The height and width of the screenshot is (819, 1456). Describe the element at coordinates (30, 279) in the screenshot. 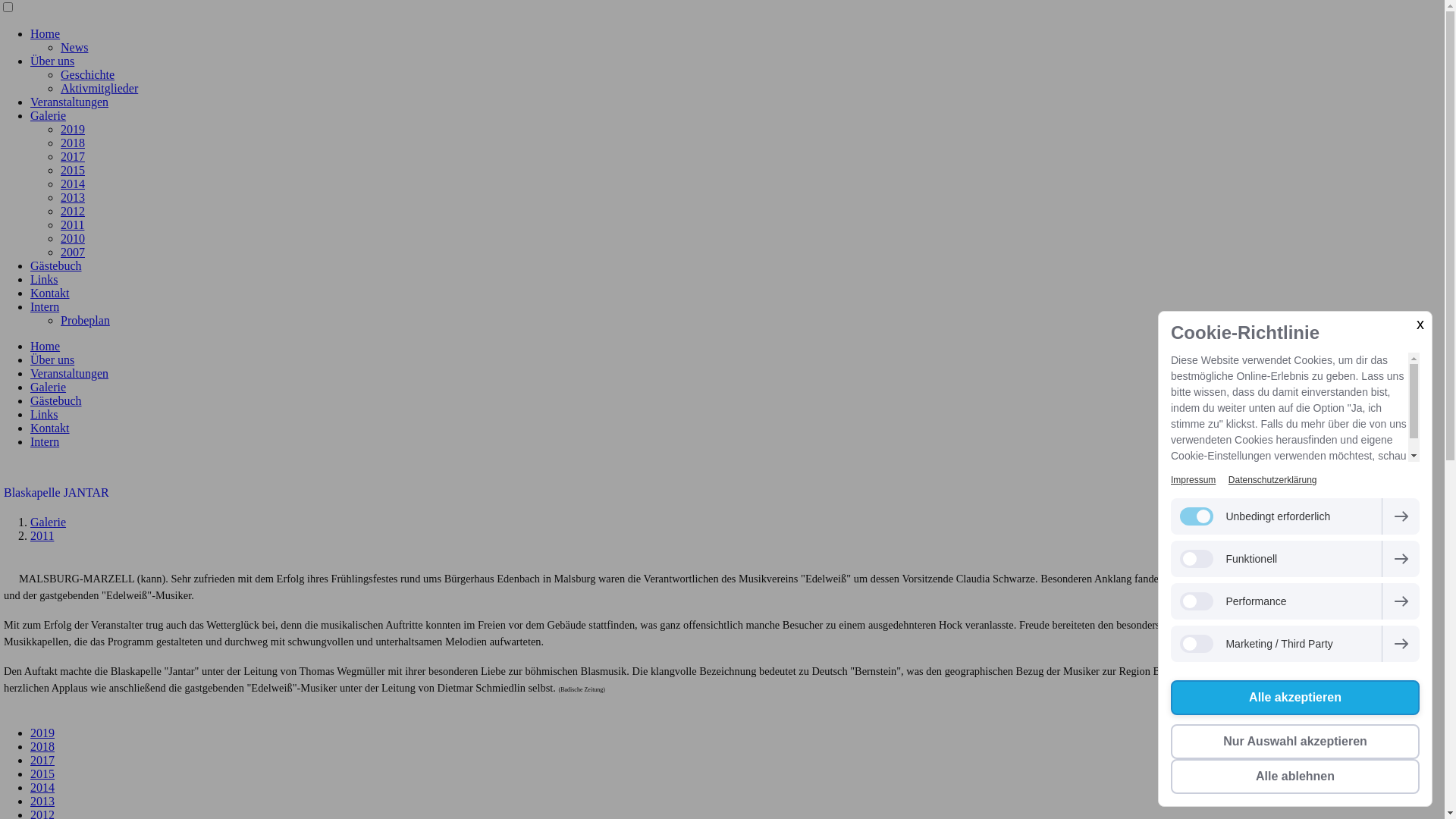

I see `'Links'` at that location.